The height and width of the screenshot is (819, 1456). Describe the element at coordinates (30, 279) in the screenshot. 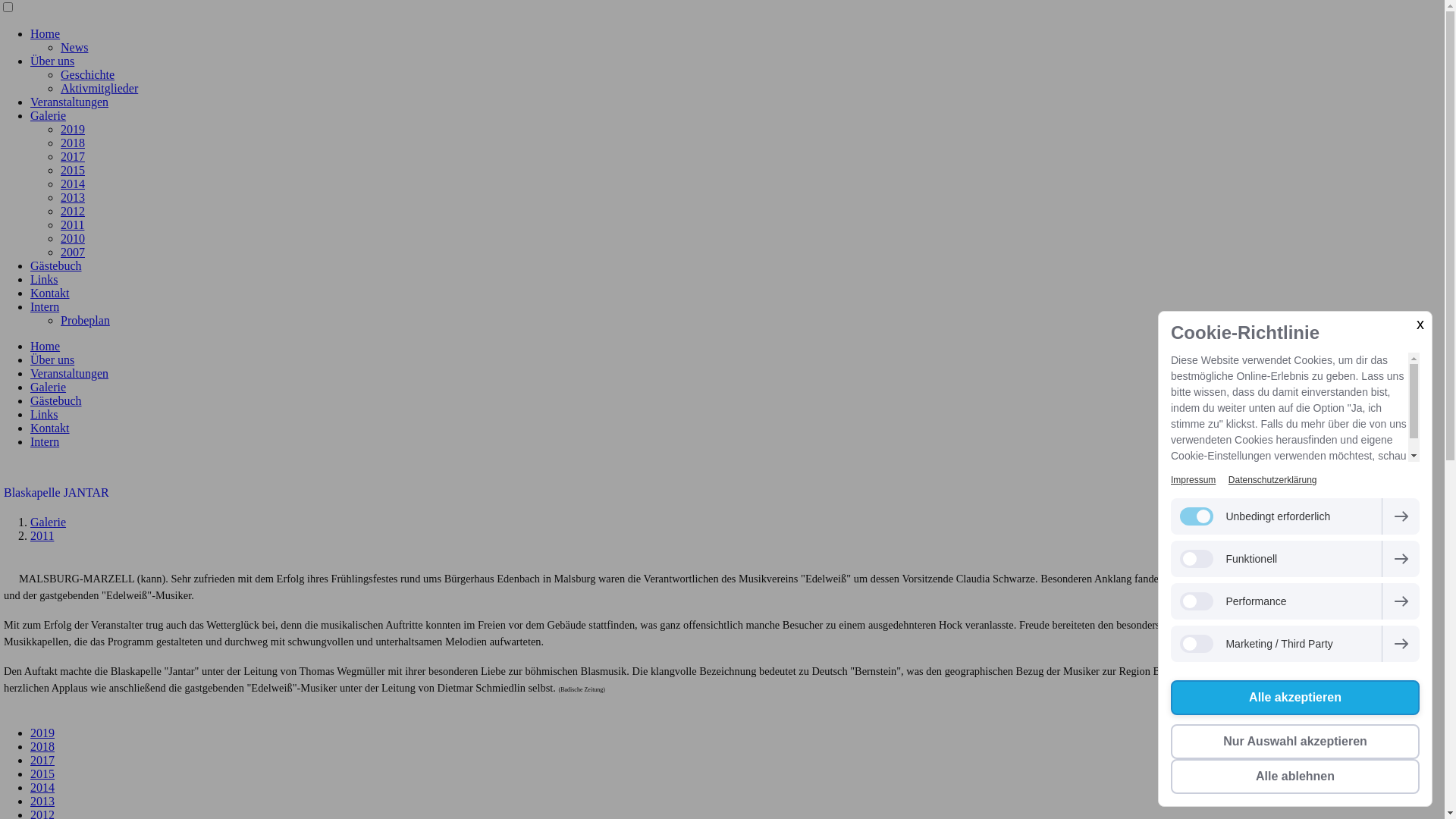

I see `'Links'` at that location.